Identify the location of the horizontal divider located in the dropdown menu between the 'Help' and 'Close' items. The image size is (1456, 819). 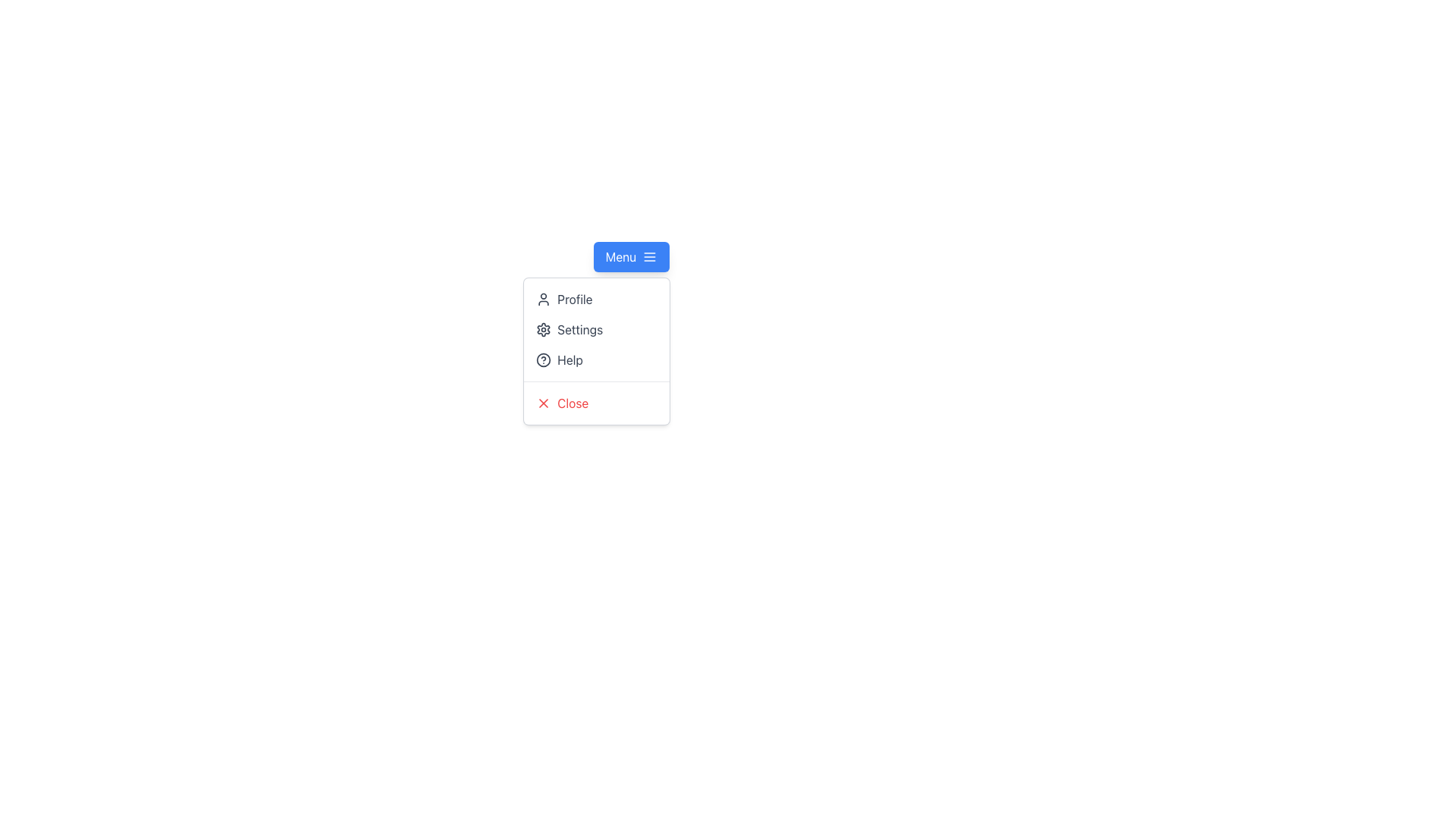
(596, 381).